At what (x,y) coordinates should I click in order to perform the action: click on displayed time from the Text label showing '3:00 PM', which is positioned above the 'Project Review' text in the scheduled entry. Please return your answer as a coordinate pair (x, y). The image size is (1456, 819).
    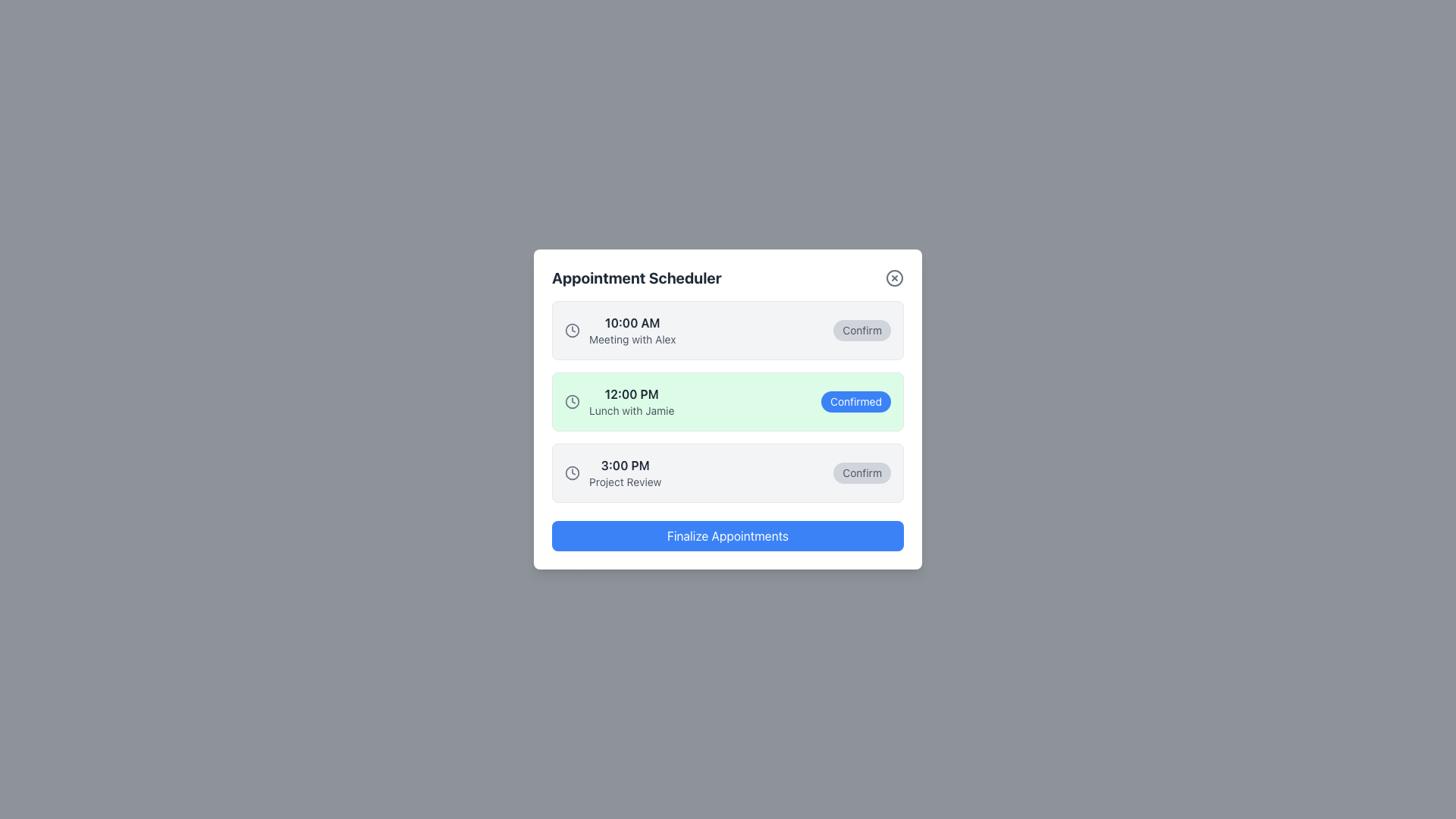
    Looking at the image, I should click on (625, 464).